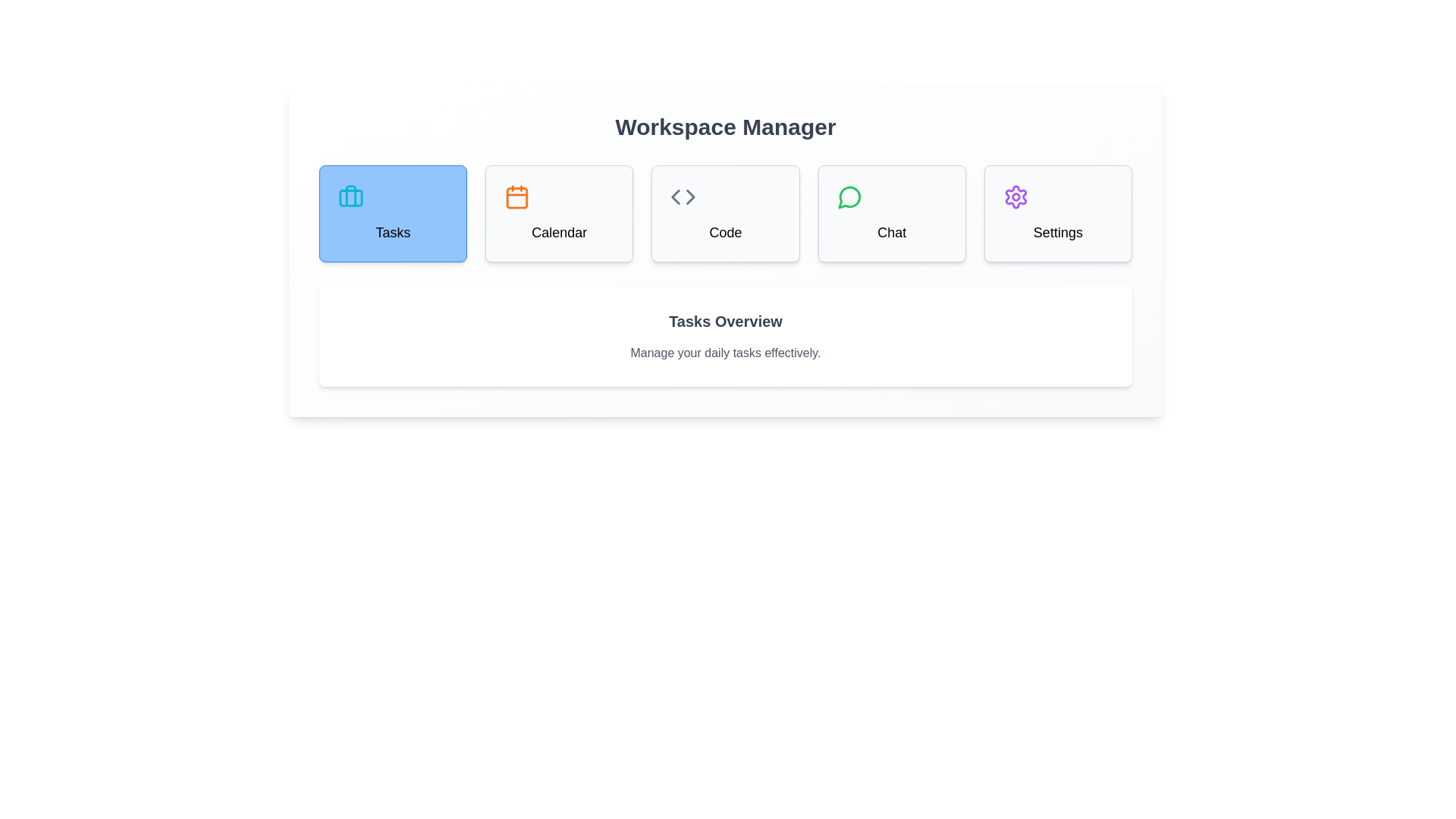 The width and height of the screenshot is (1456, 819). What do you see at coordinates (1057, 233) in the screenshot?
I see `the 'Settings' text label, which is displayed in a medium-sized bold font at the bottom of the 'Settings' card, the fifth option in a row of cards` at bounding box center [1057, 233].